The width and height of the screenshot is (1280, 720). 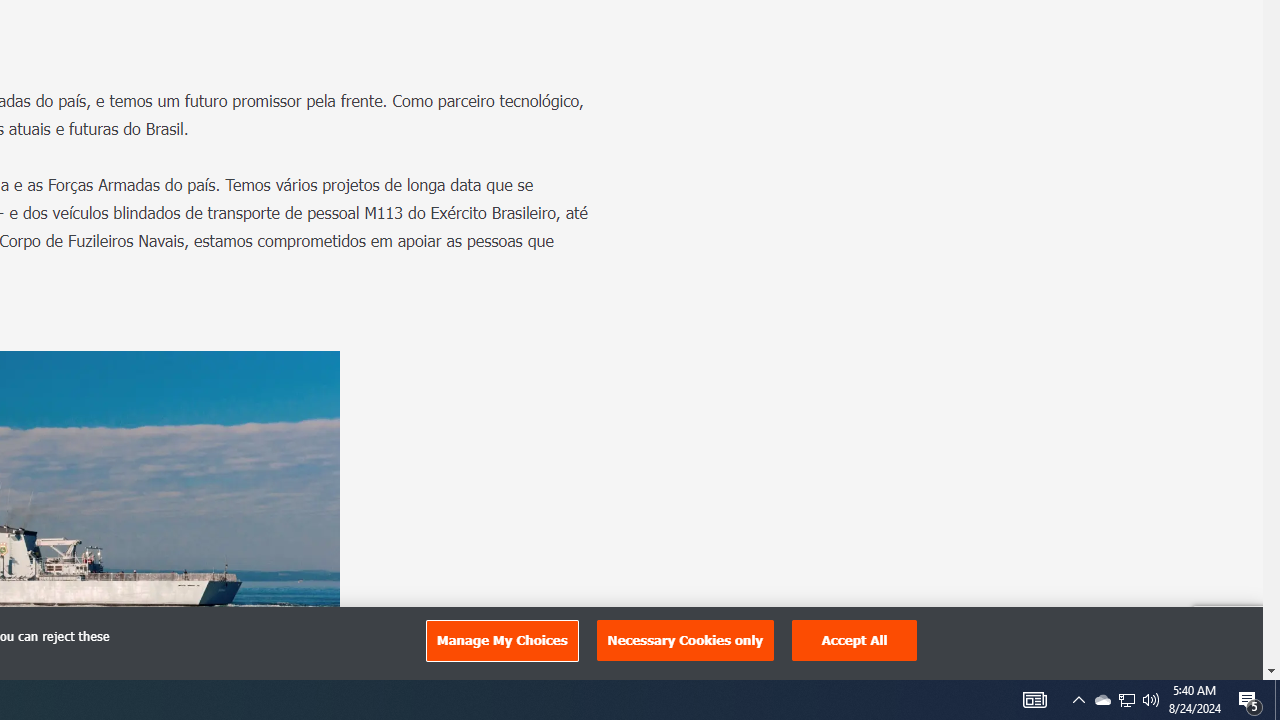 What do you see at coordinates (855, 640) in the screenshot?
I see `'Accept All'` at bounding box center [855, 640].